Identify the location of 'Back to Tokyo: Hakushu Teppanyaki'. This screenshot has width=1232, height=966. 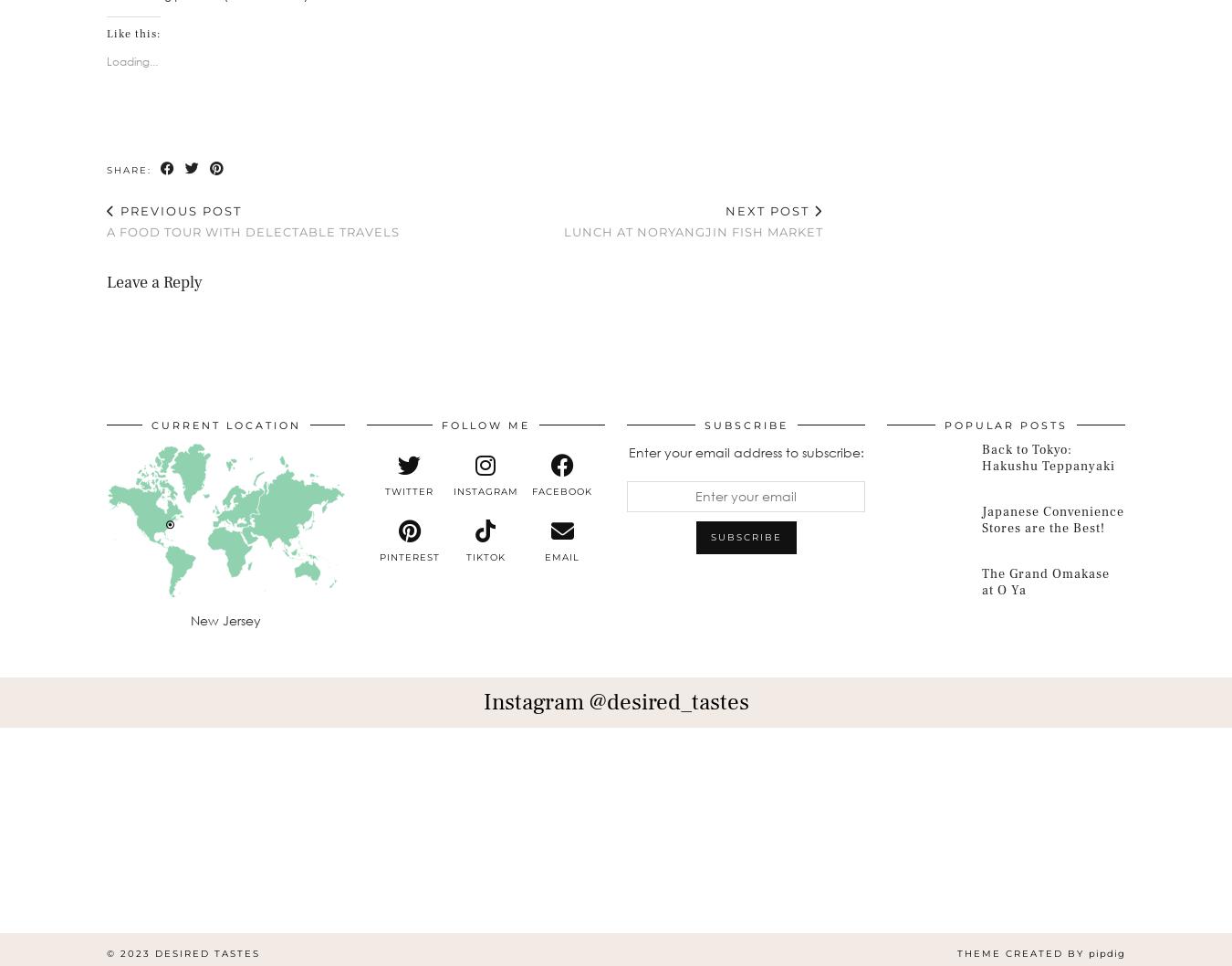
(981, 457).